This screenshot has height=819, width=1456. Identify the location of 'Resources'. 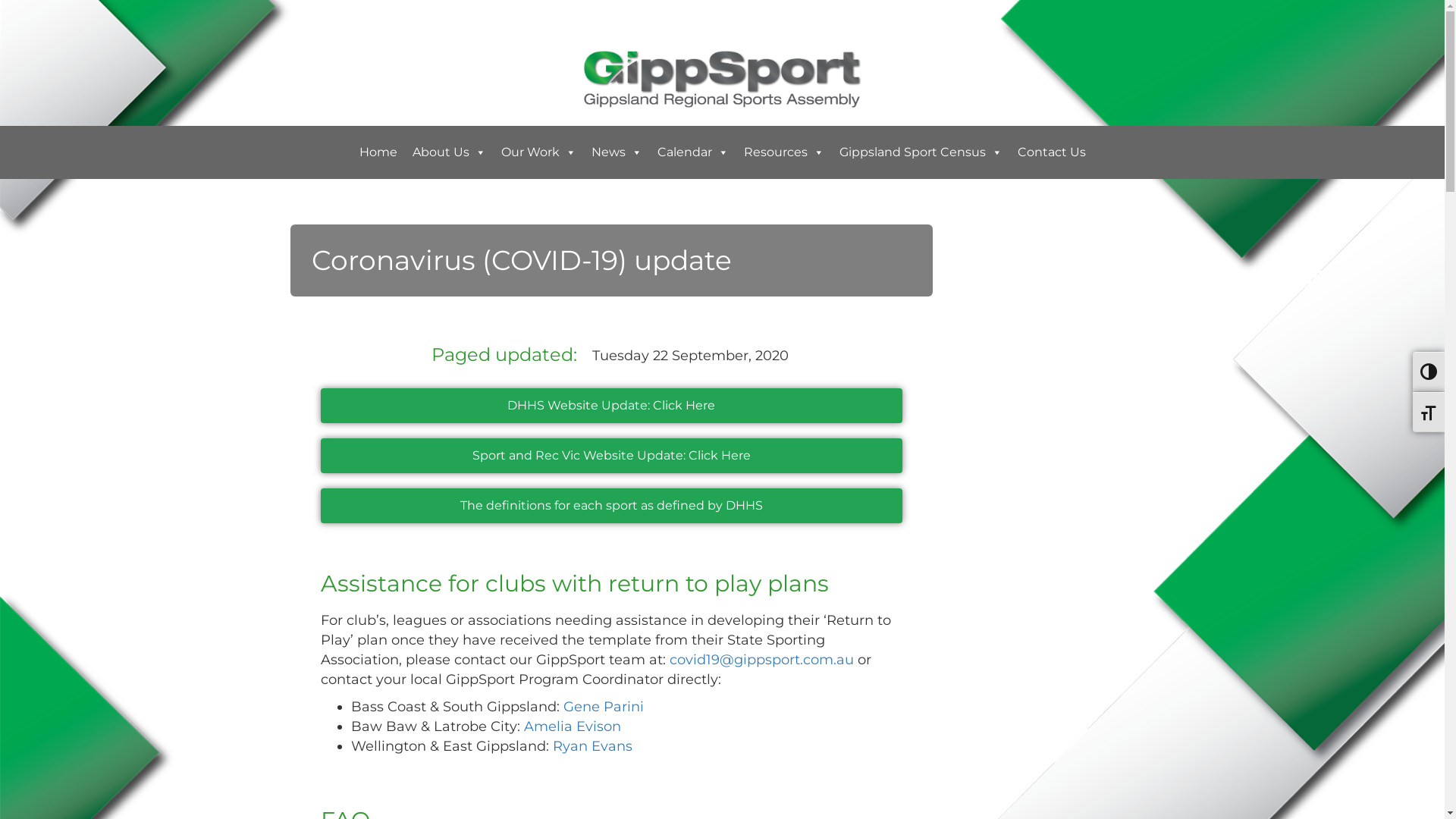
(783, 152).